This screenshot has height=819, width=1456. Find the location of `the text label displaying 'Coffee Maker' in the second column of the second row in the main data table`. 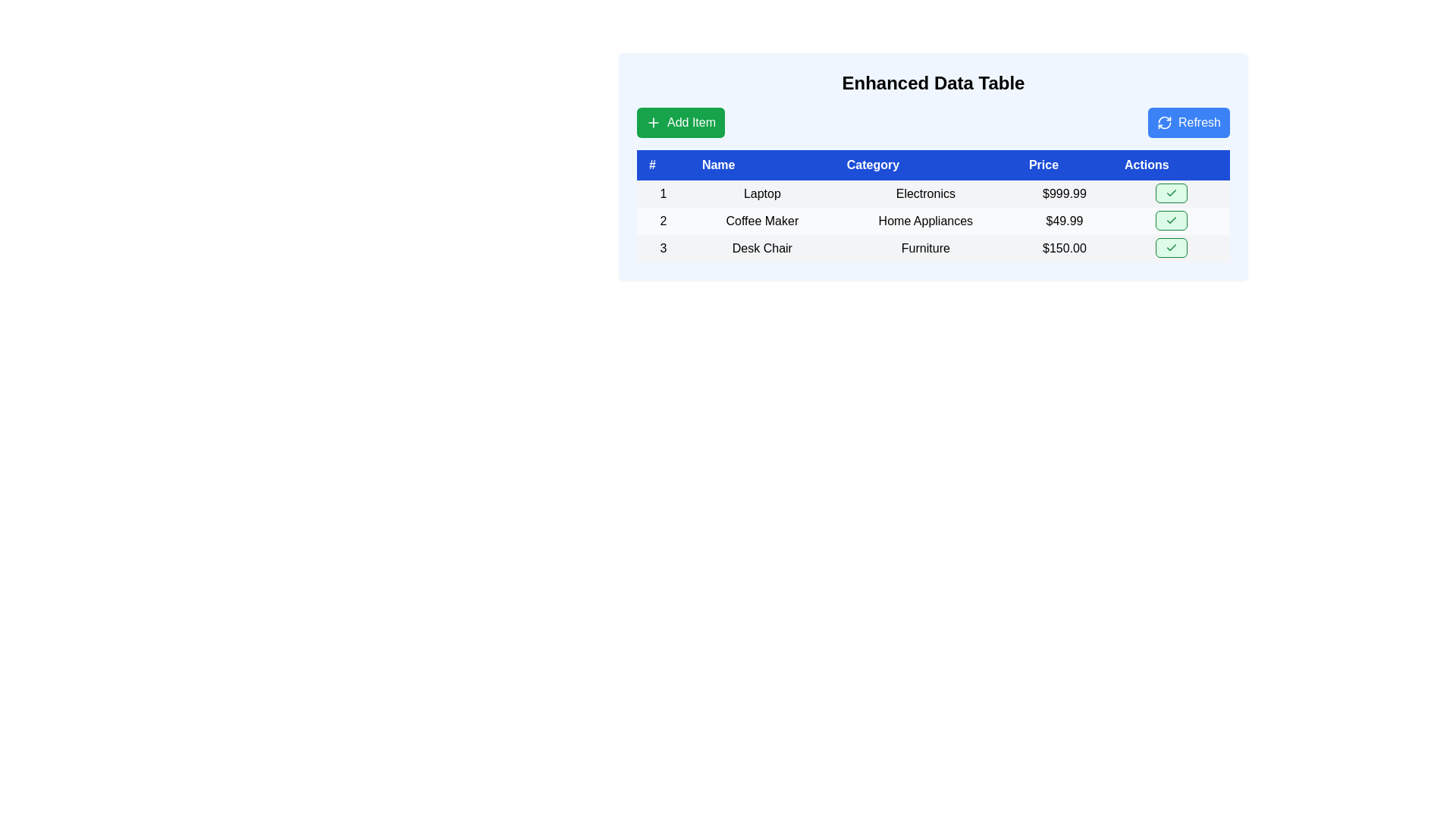

the text label displaying 'Coffee Maker' in the second column of the second row in the main data table is located at coordinates (762, 221).